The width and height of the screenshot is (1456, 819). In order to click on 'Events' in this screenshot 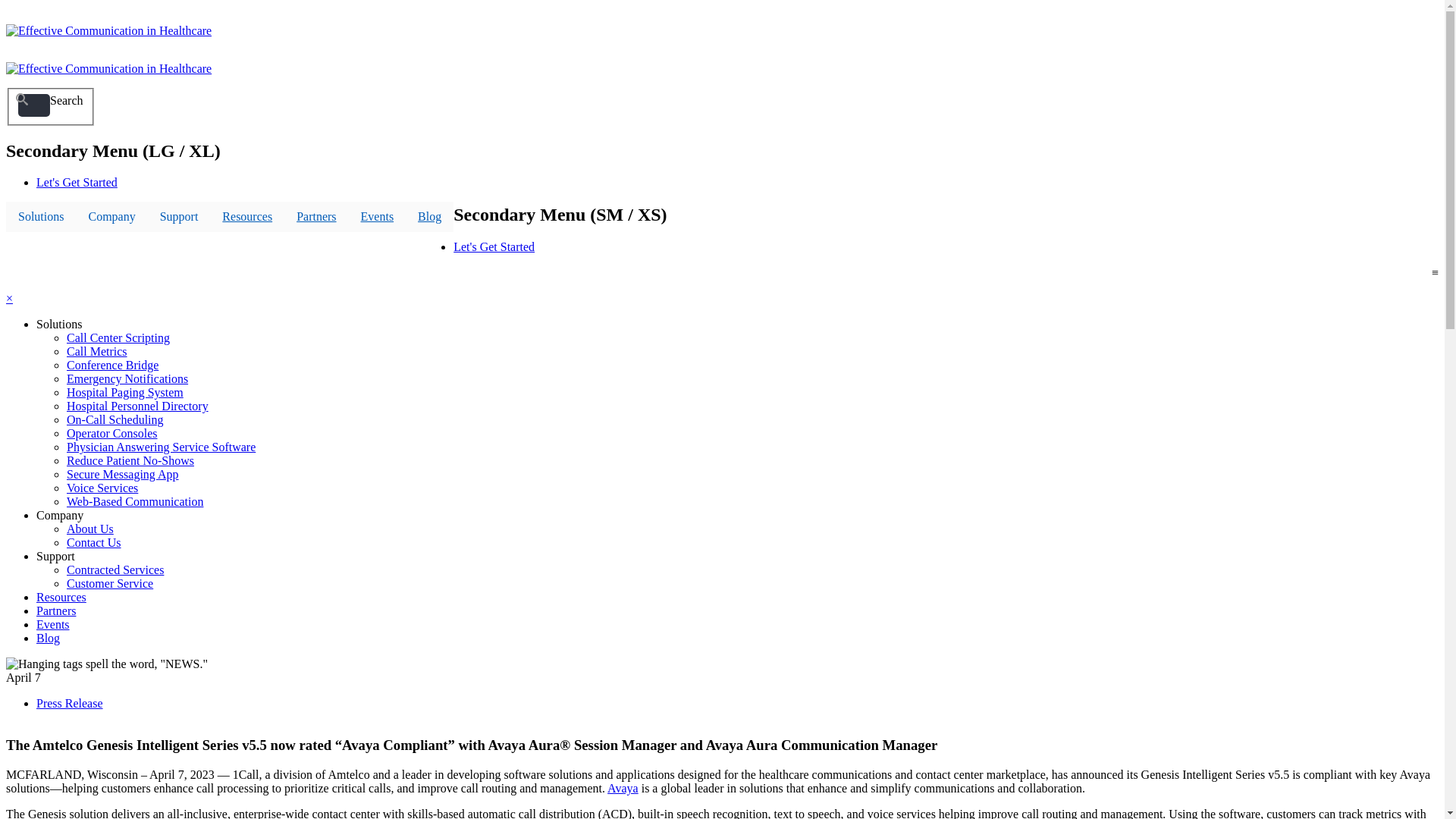, I will do `click(378, 216)`.